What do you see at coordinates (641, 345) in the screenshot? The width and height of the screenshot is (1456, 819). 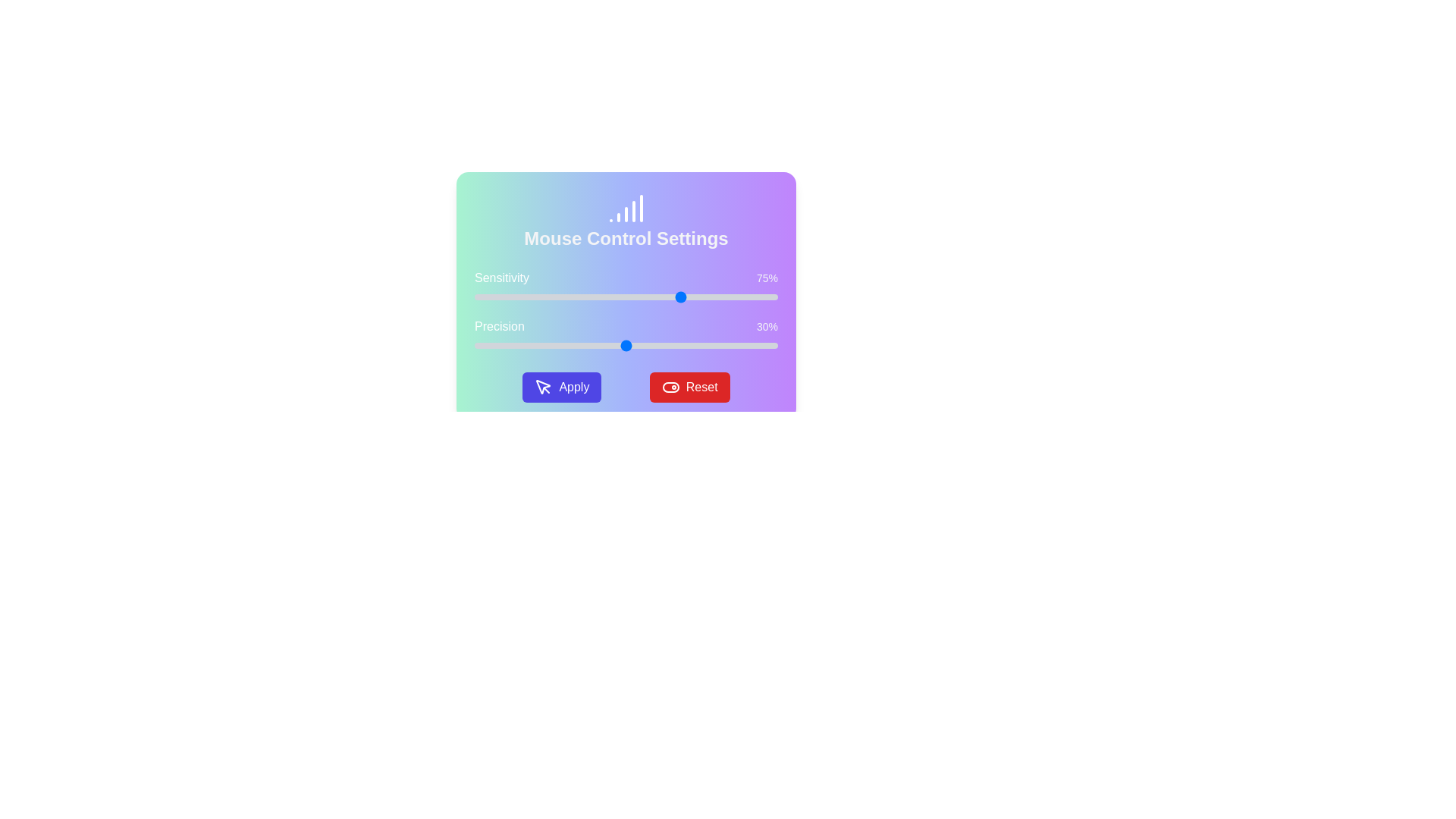 I see `the precision` at bounding box center [641, 345].